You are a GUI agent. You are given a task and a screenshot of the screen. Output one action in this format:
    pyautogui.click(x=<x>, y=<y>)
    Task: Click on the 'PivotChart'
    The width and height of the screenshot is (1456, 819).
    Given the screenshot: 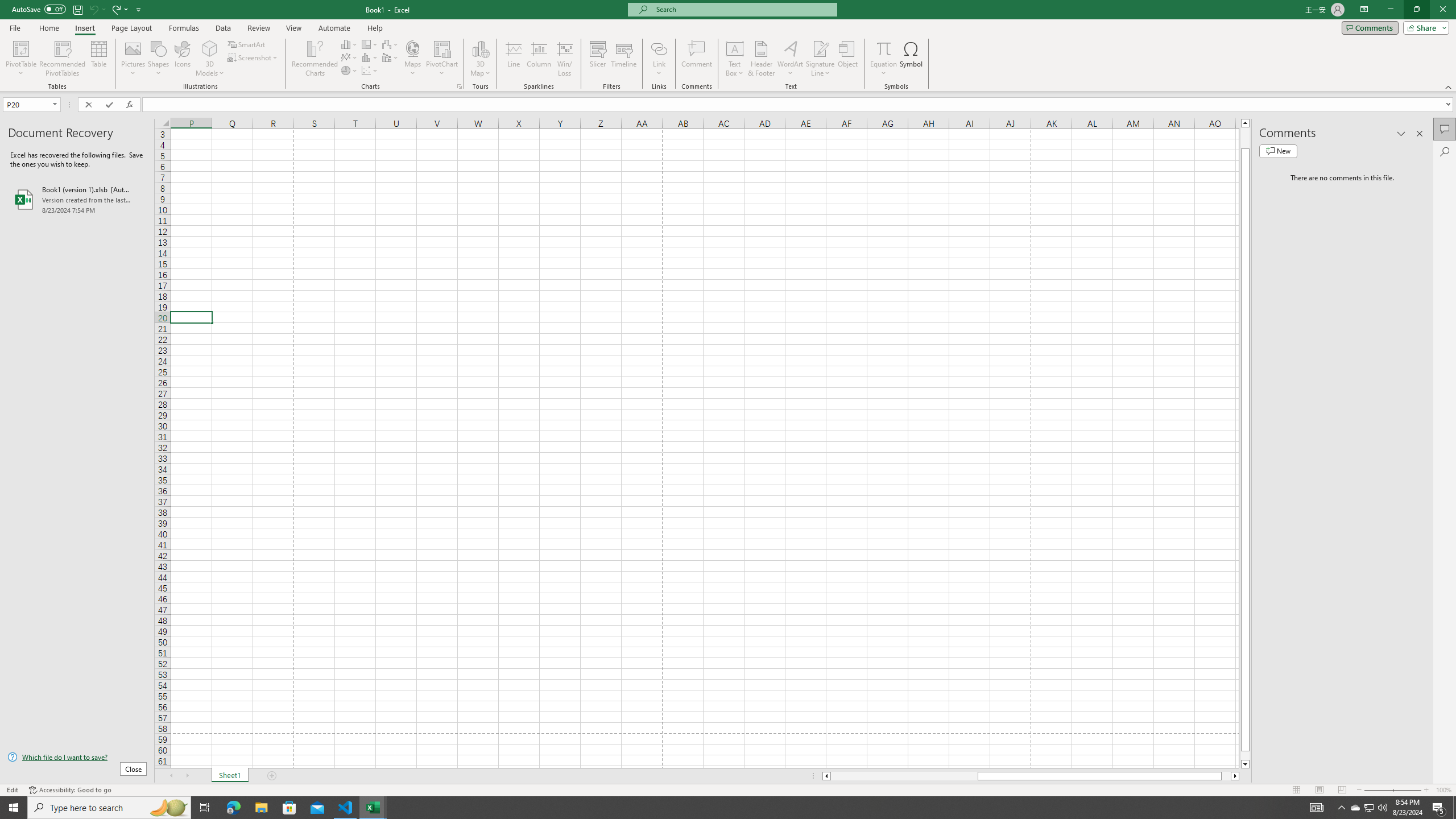 What is the action you would take?
    pyautogui.click(x=442, y=48)
    